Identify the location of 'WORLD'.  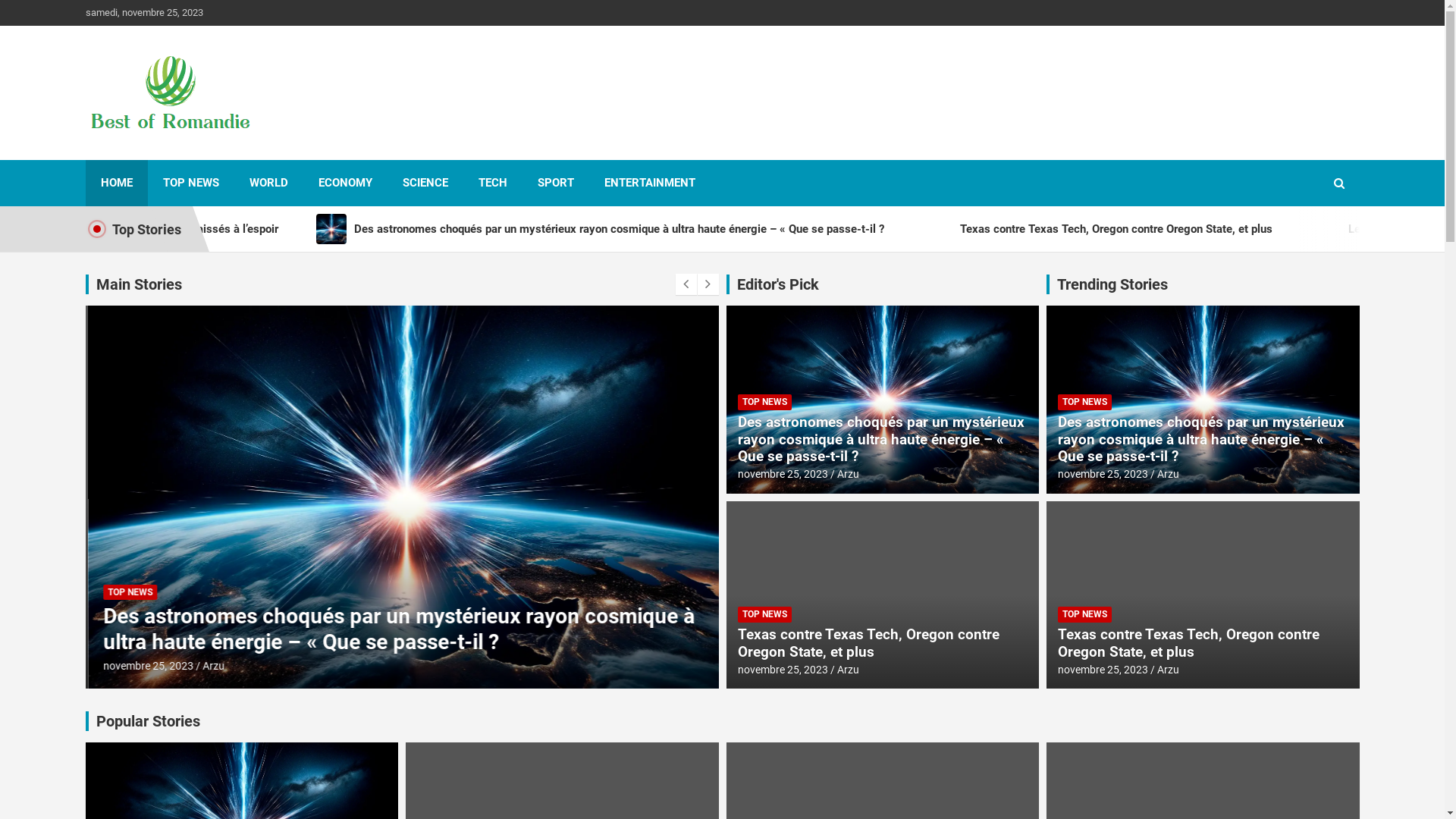
(268, 182).